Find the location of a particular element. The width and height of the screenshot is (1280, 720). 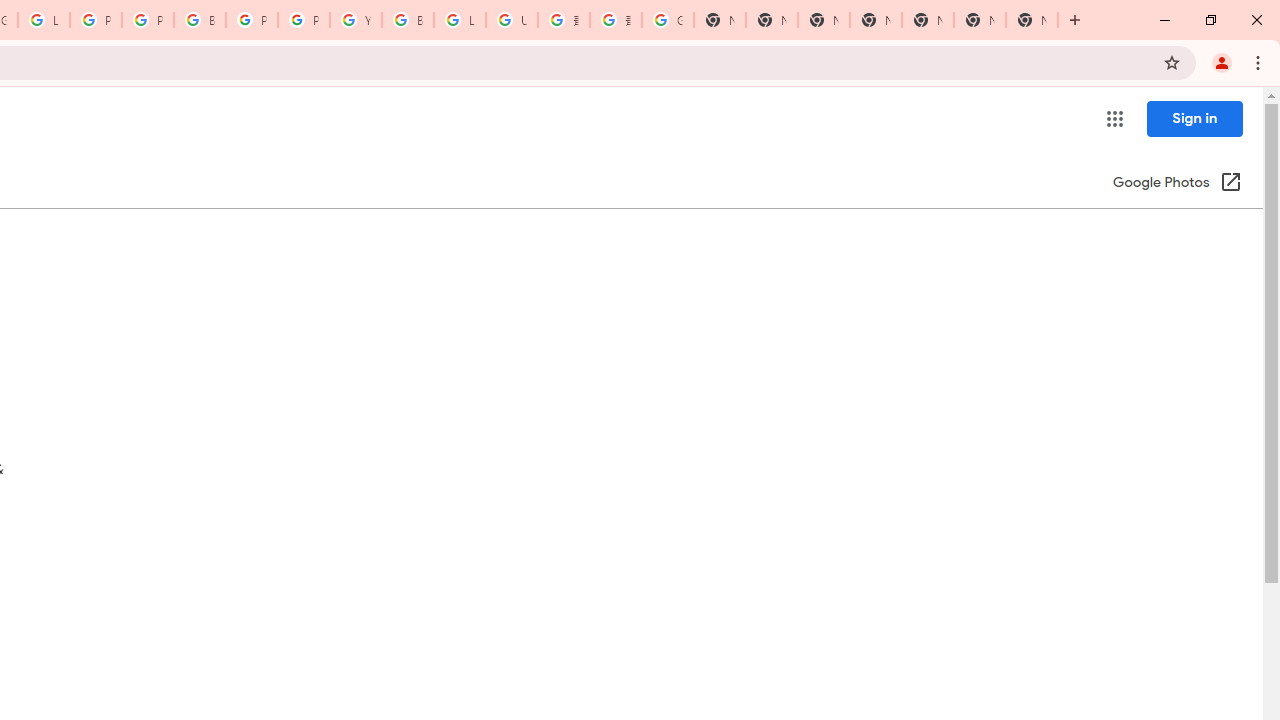

'Google Images' is located at coordinates (668, 20).